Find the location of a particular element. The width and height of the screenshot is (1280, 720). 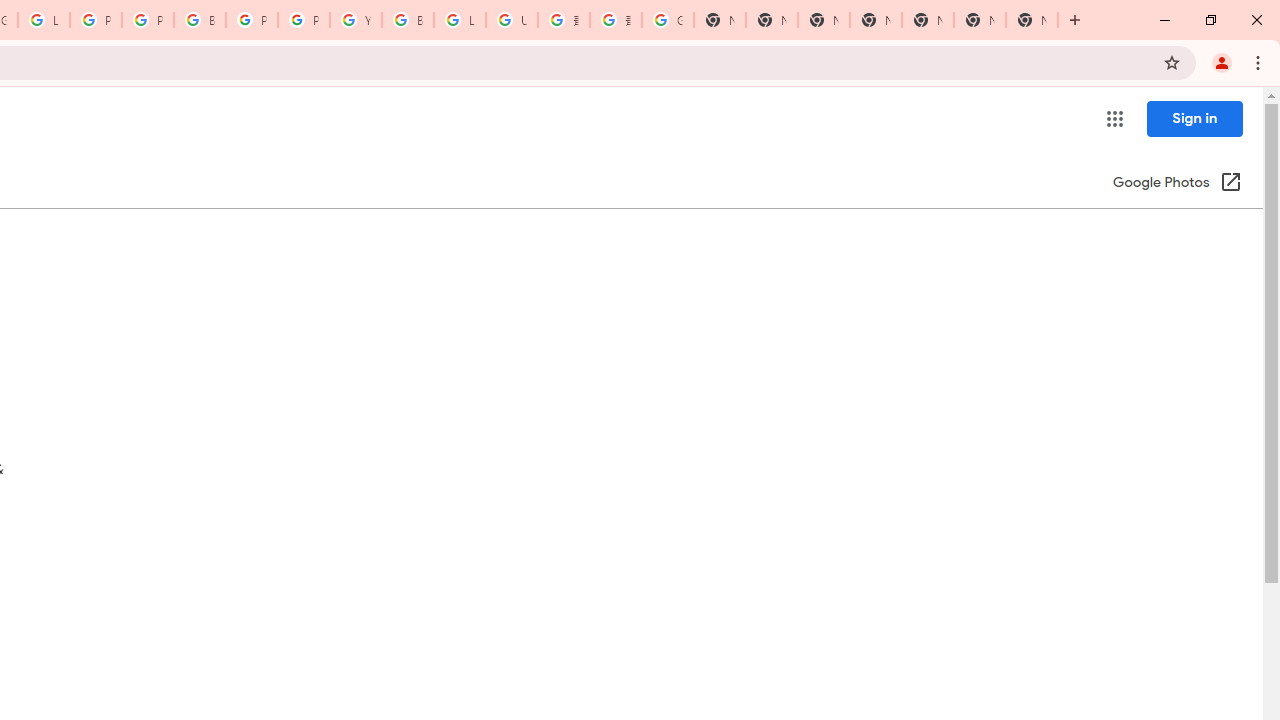

'Google Images' is located at coordinates (668, 20).